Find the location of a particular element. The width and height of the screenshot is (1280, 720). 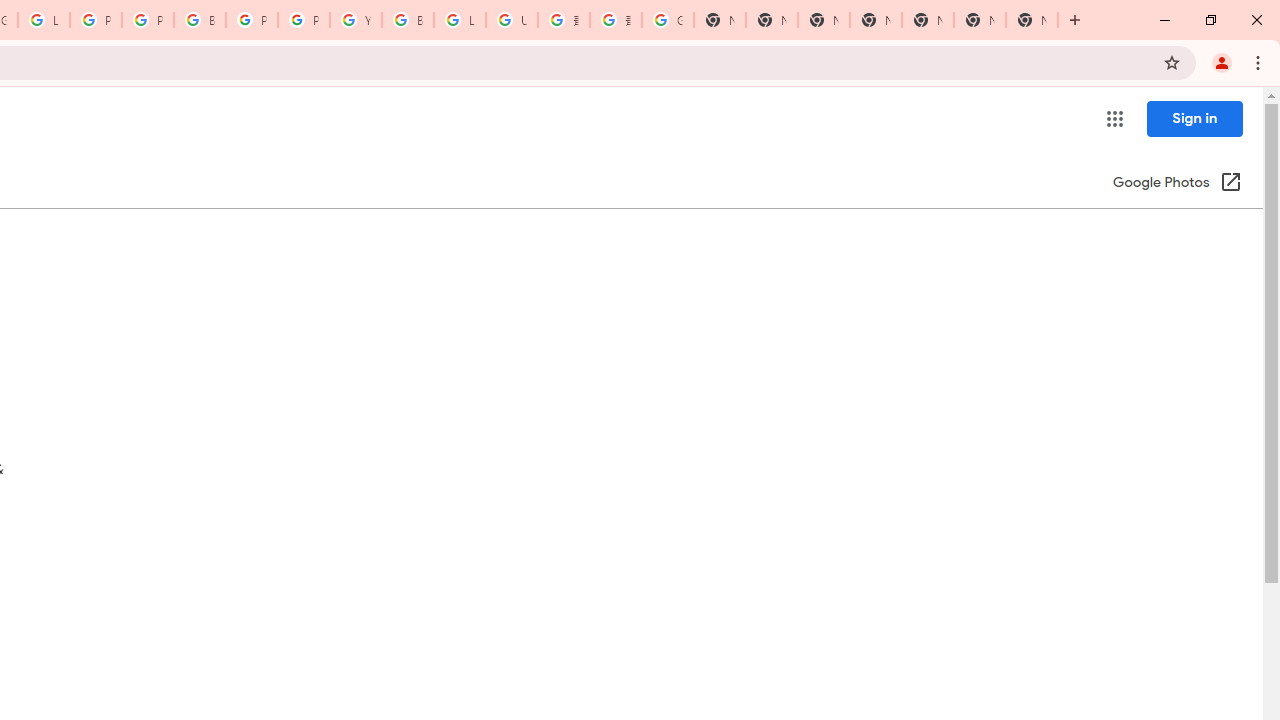

'Google Images' is located at coordinates (668, 20).